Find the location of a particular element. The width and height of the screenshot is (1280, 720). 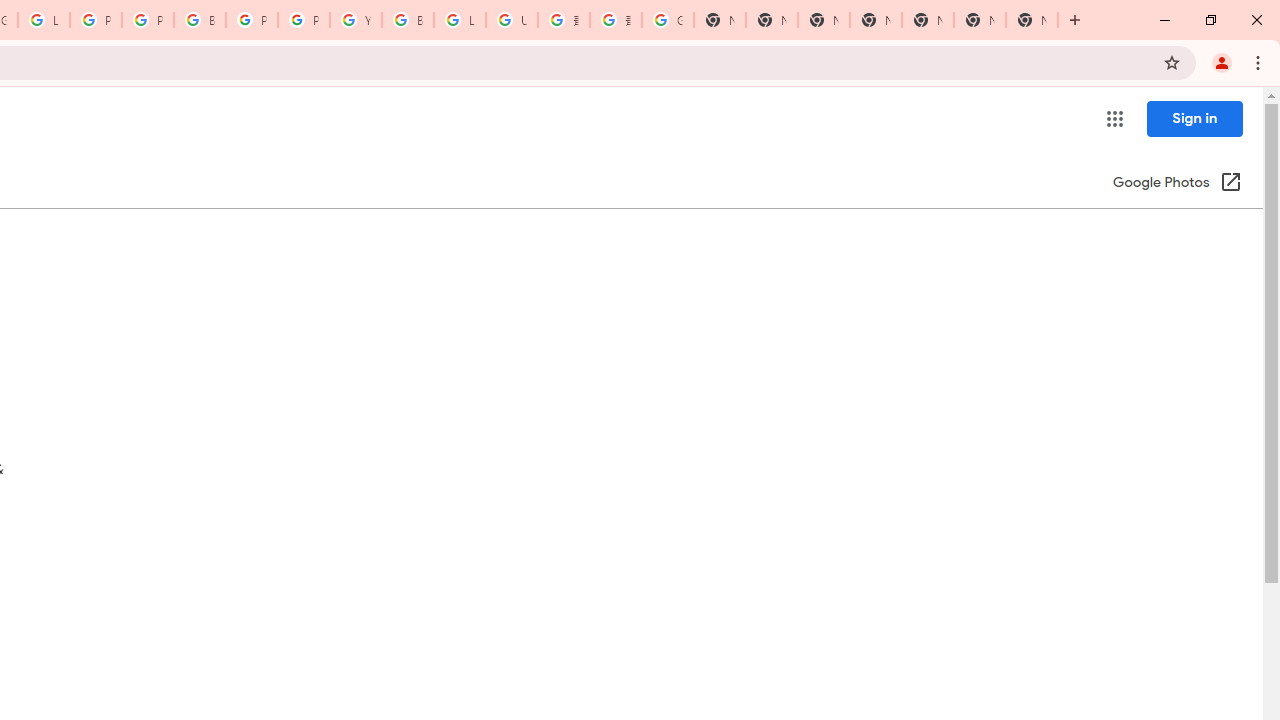

'Google Images' is located at coordinates (668, 20).